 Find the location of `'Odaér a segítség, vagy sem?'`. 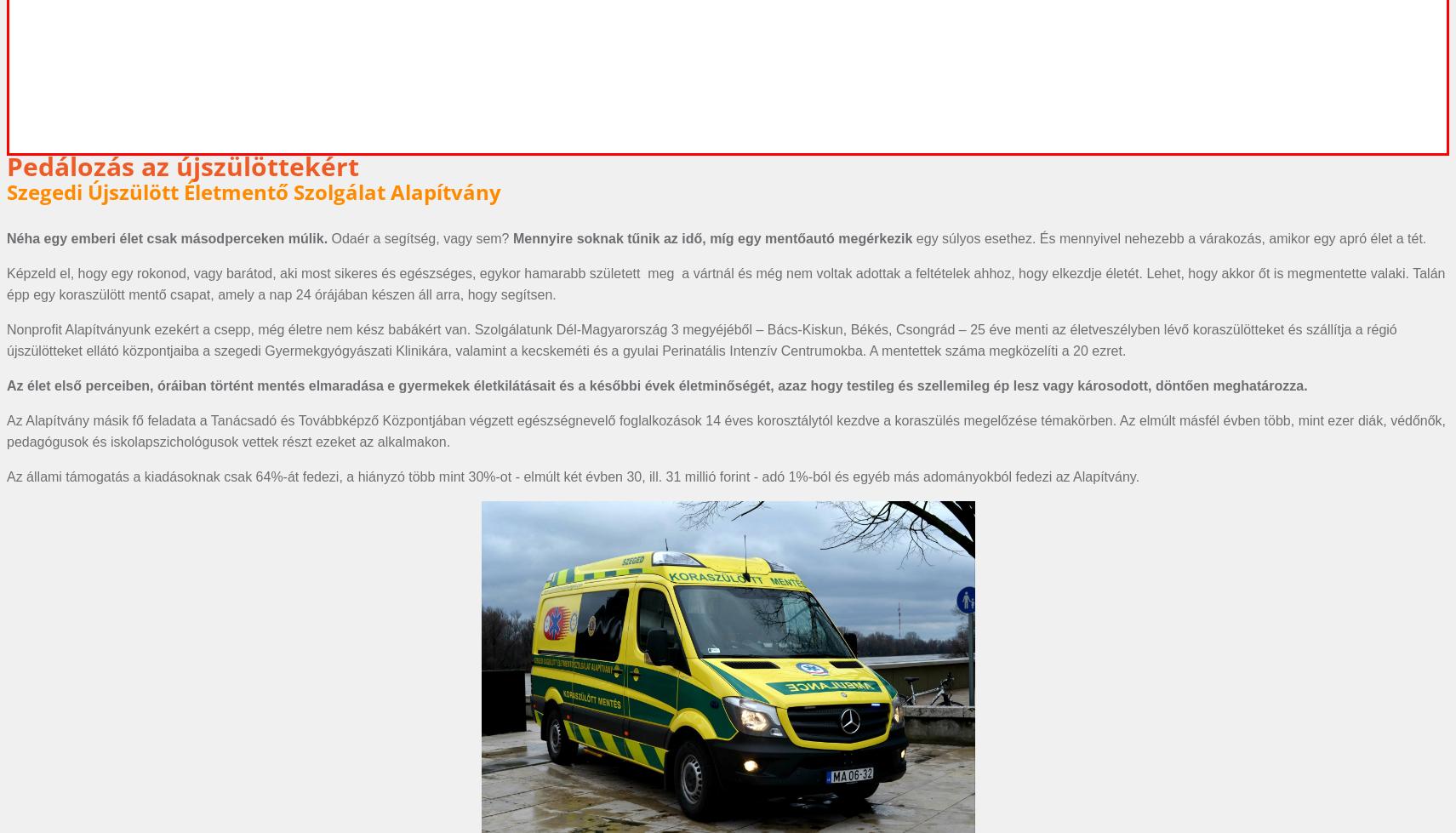

'Odaér a segítség, vagy sem?' is located at coordinates (421, 237).